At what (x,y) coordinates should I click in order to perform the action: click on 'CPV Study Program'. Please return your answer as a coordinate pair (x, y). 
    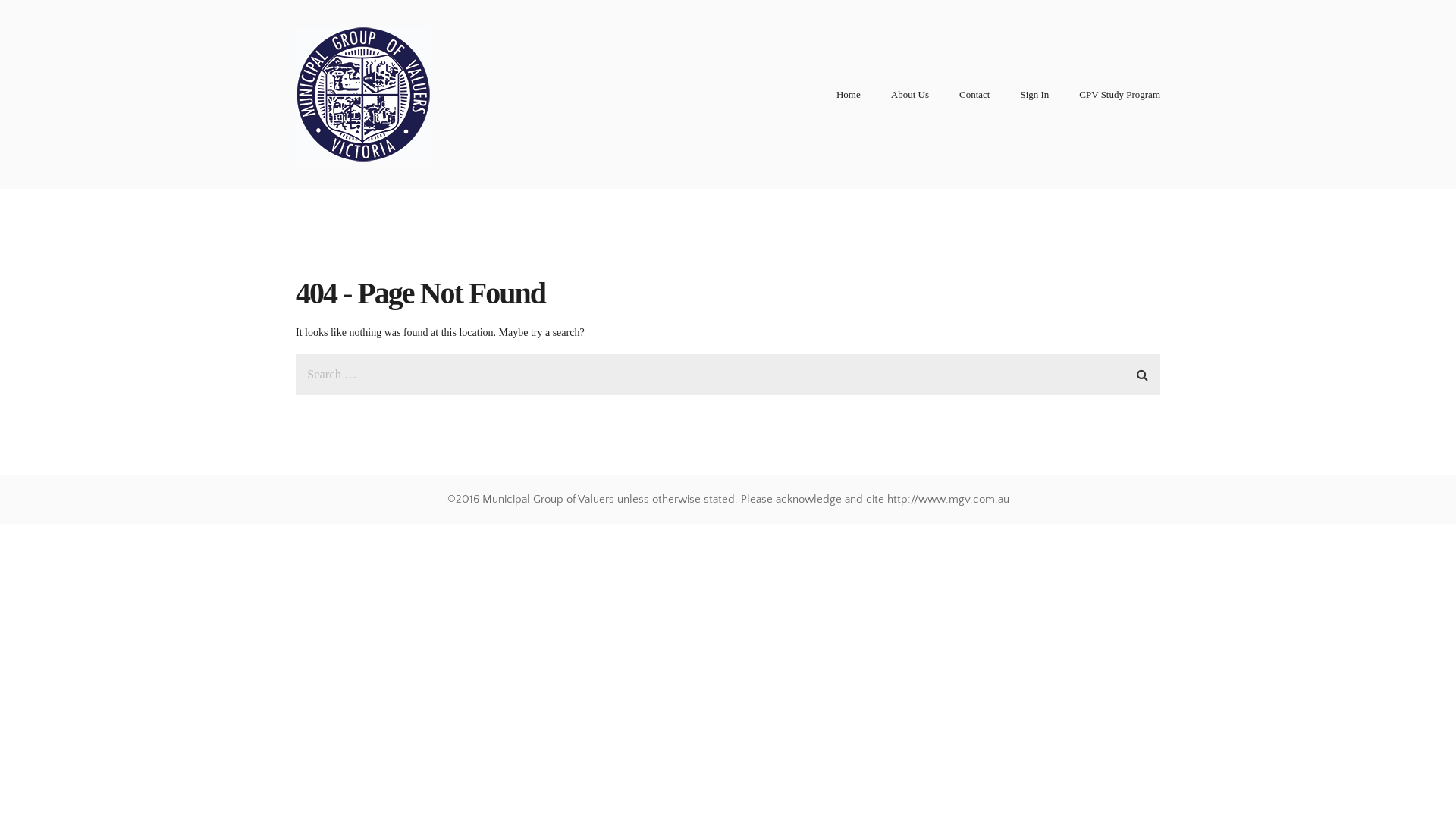
    Looking at the image, I should click on (1119, 94).